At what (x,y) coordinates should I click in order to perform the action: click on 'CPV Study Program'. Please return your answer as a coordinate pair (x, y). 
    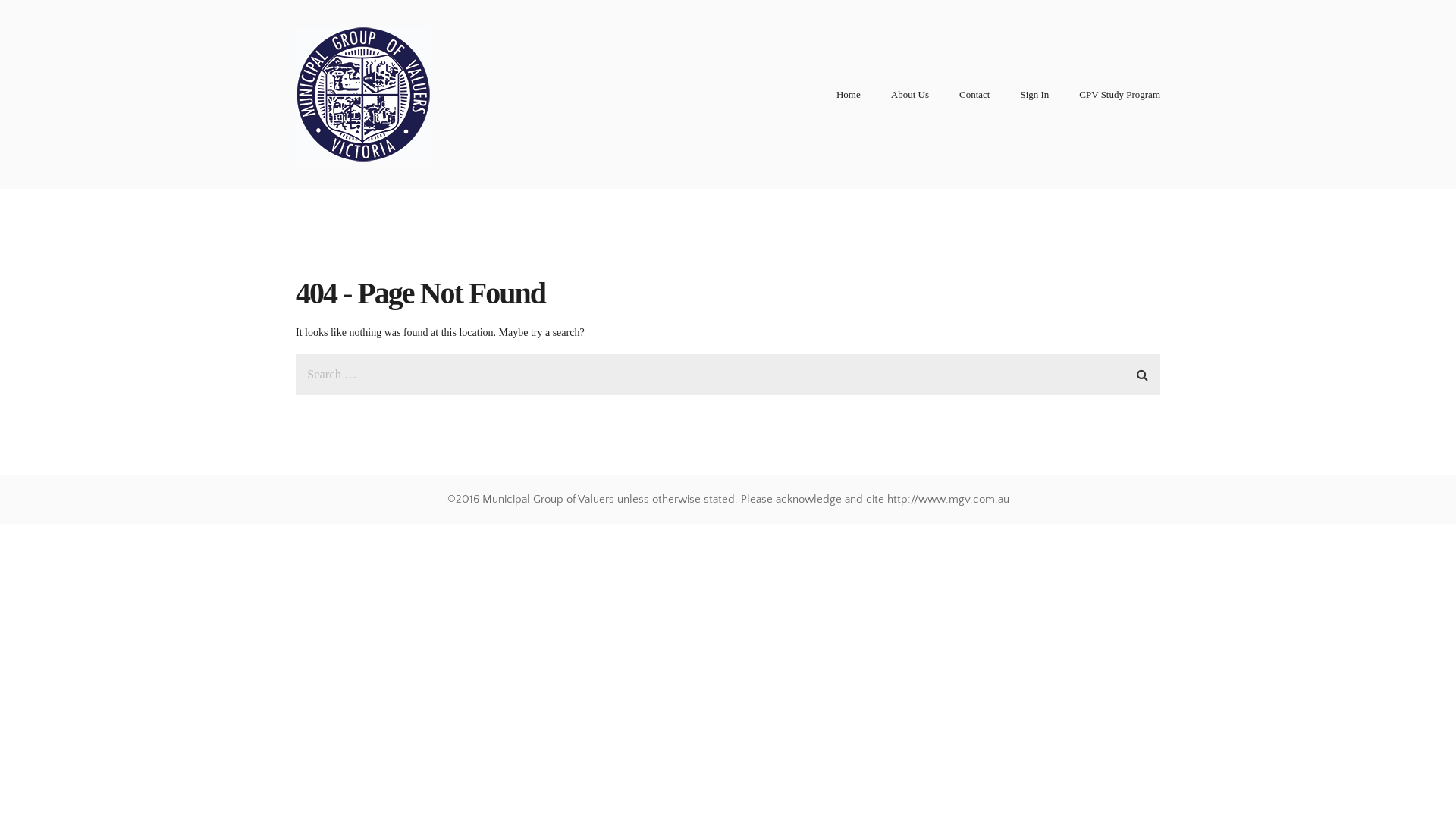
    Looking at the image, I should click on (1119, 94).